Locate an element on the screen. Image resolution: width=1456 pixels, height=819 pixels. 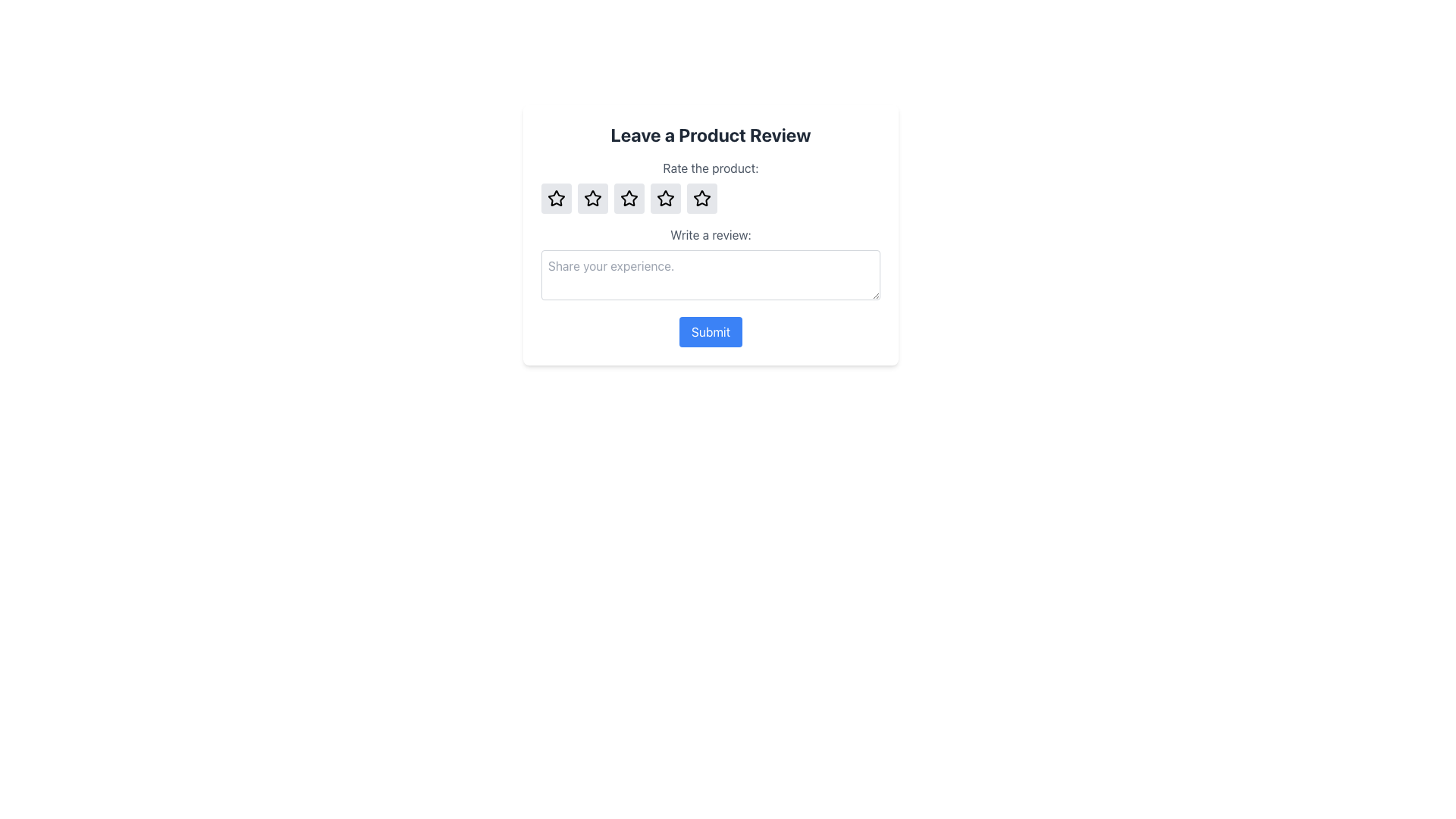
the fourth star icon is located at coordinates (710, 198).